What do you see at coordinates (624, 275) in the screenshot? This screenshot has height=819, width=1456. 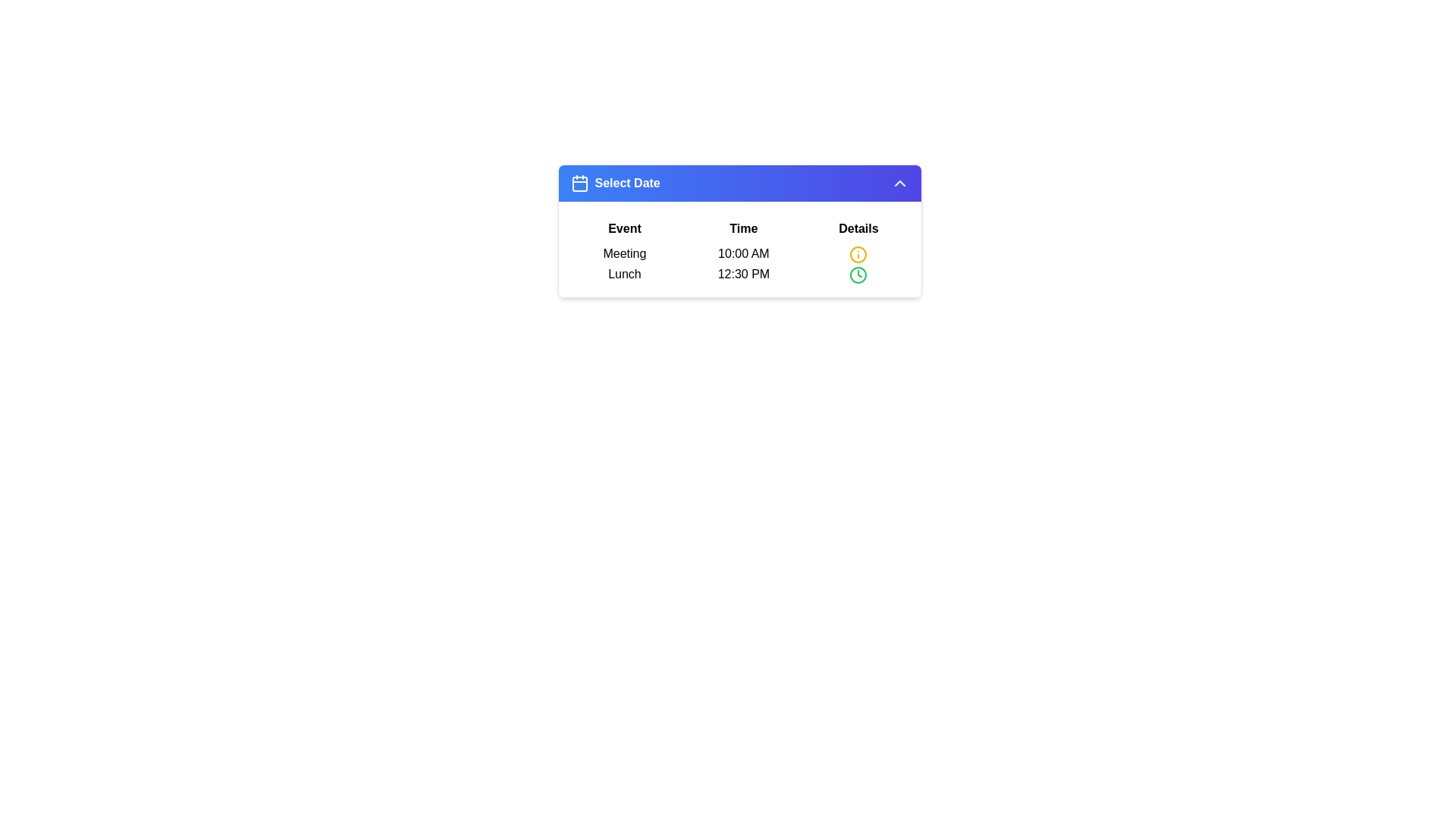 I see `text displayed in the text label that says 'Lunch', located in the second row of the table under the 'Event' column` at bounding box center [624, 275].